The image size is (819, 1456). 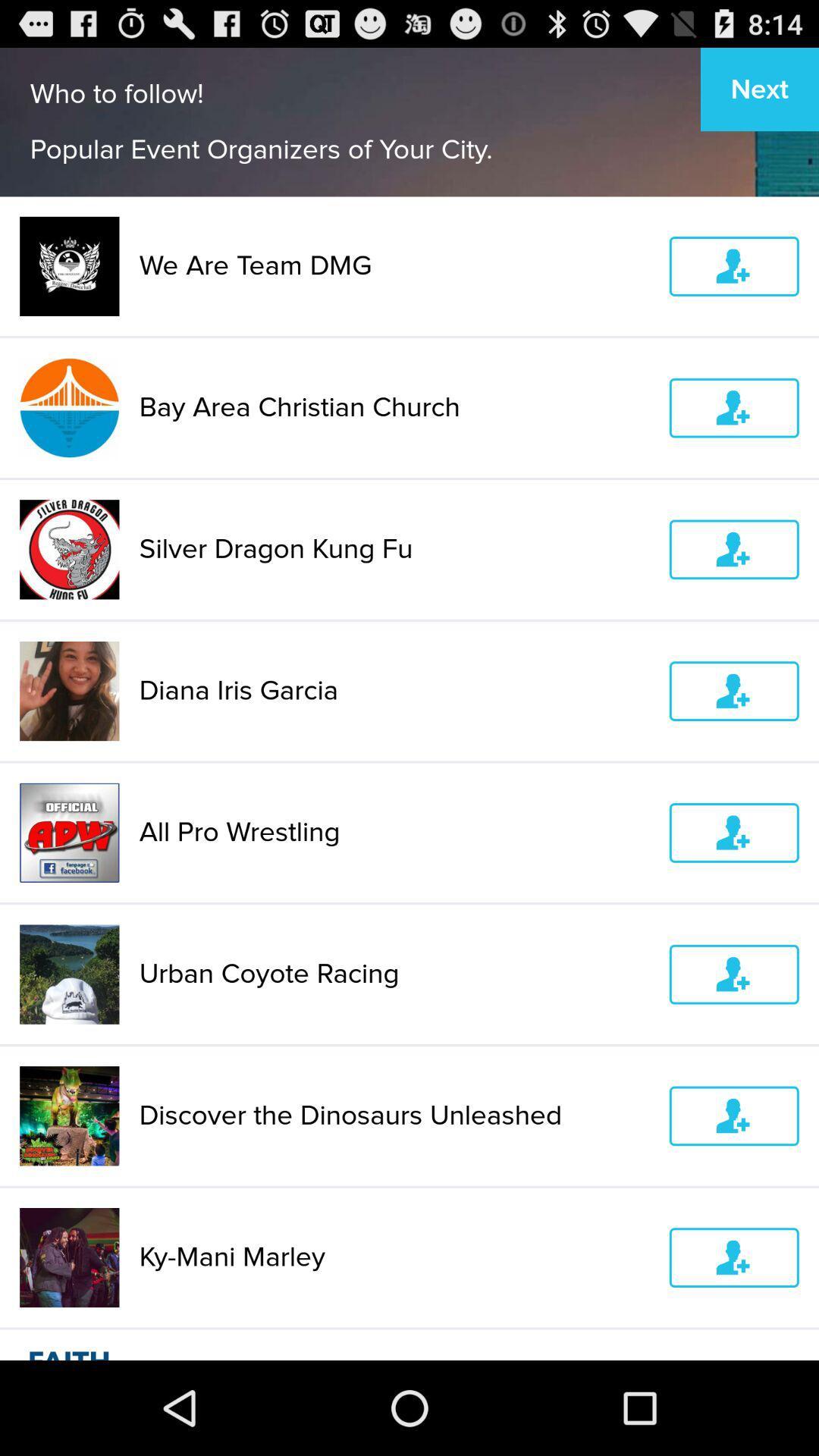 What do you see at coordinates (394, 548) in the screenshot?
I see `app below the bay area christian` at bounding box center [394, 548].